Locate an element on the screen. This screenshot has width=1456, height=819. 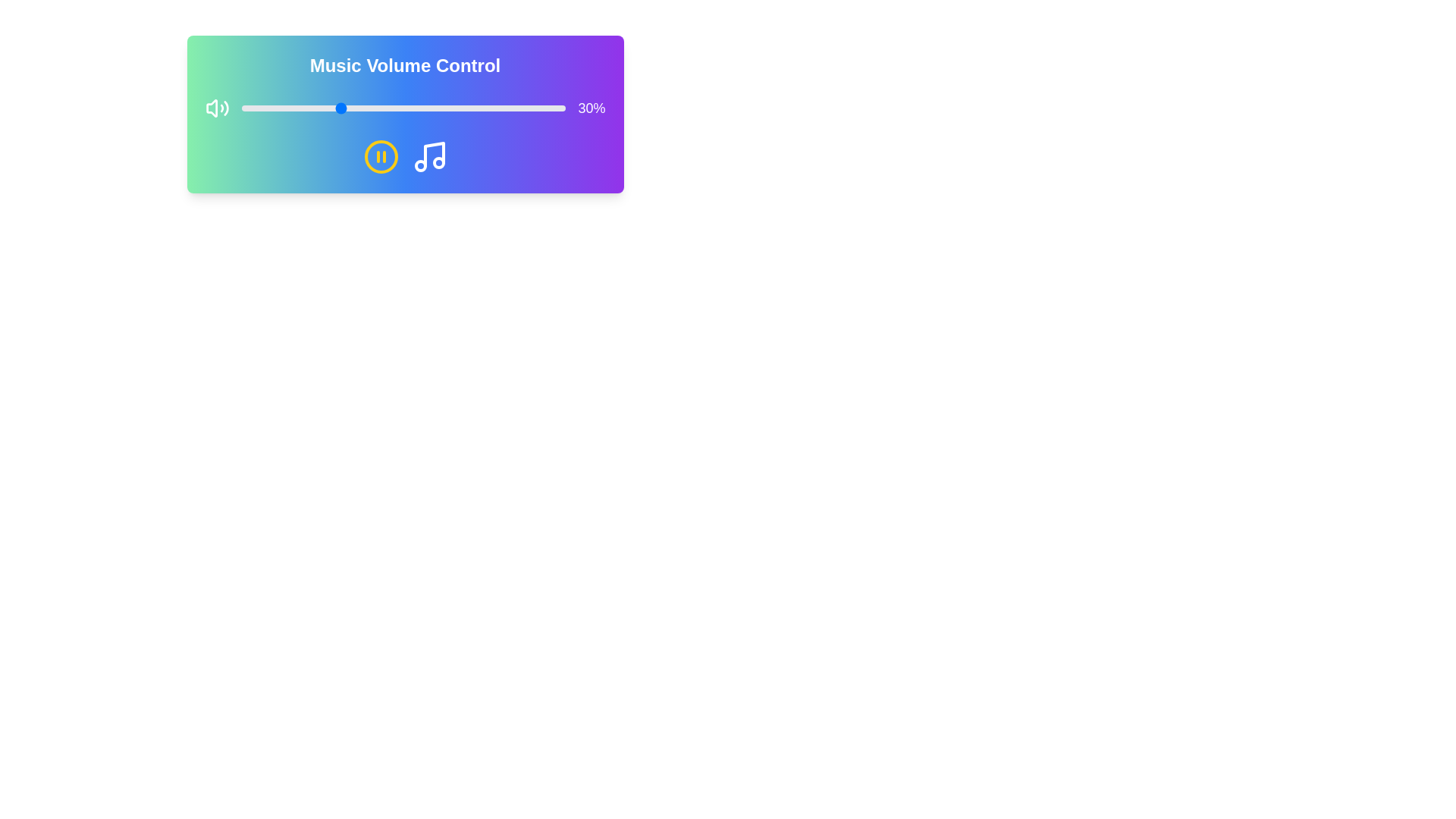
the handle of the horizontal volume control slider, which is visually represented with a gradient background and has a speaker icon on the left and a '30%' text indicator on the right is located at coordinates (405, 107).